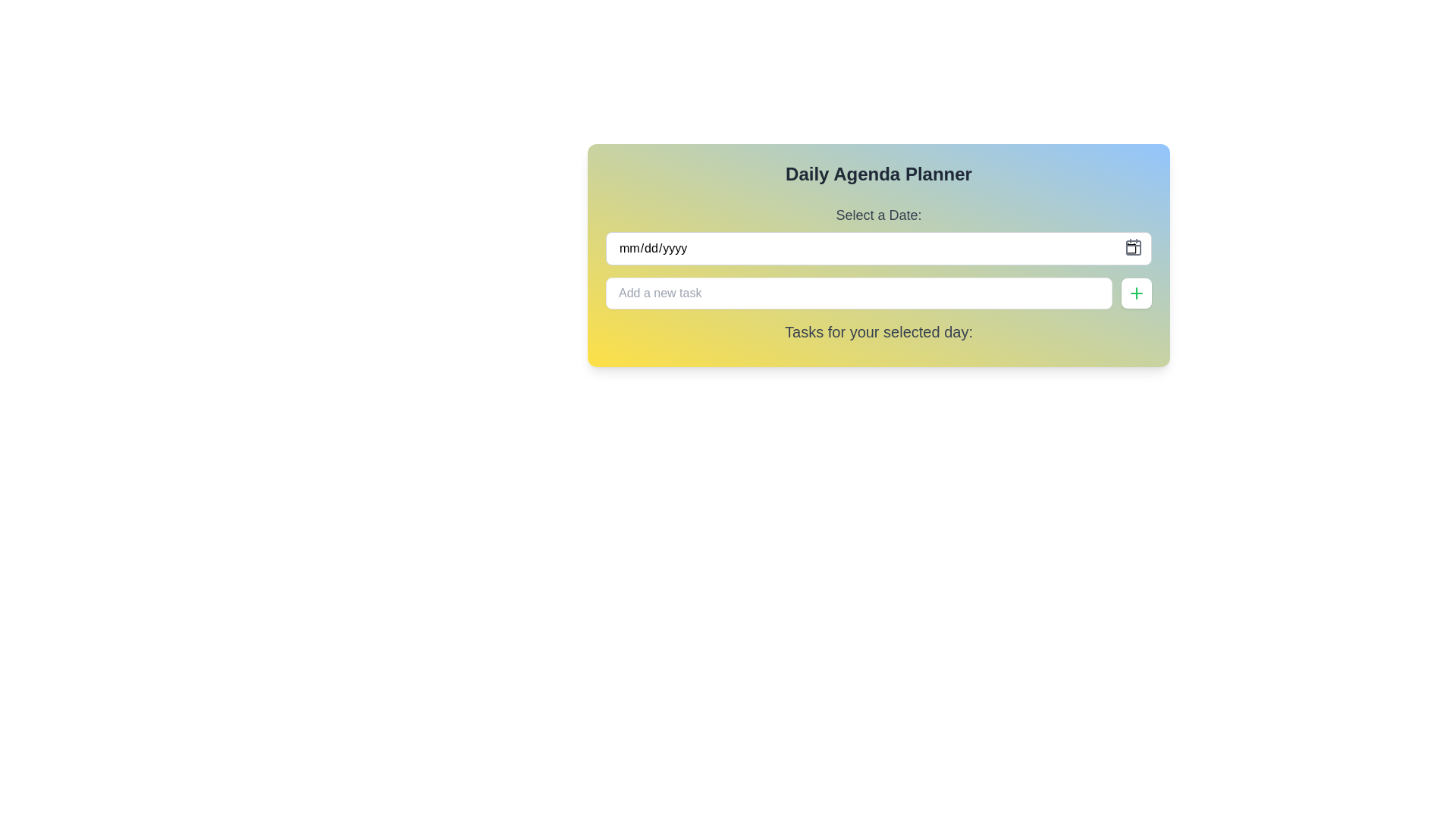 Image resolution: width=1456 pixels, height=819 pixels. What do you see at coordinates (1133, 246) in the screenshot?
I see `the calendar icon located at the far right inside the date input field` at bounding box center [1133, 246].